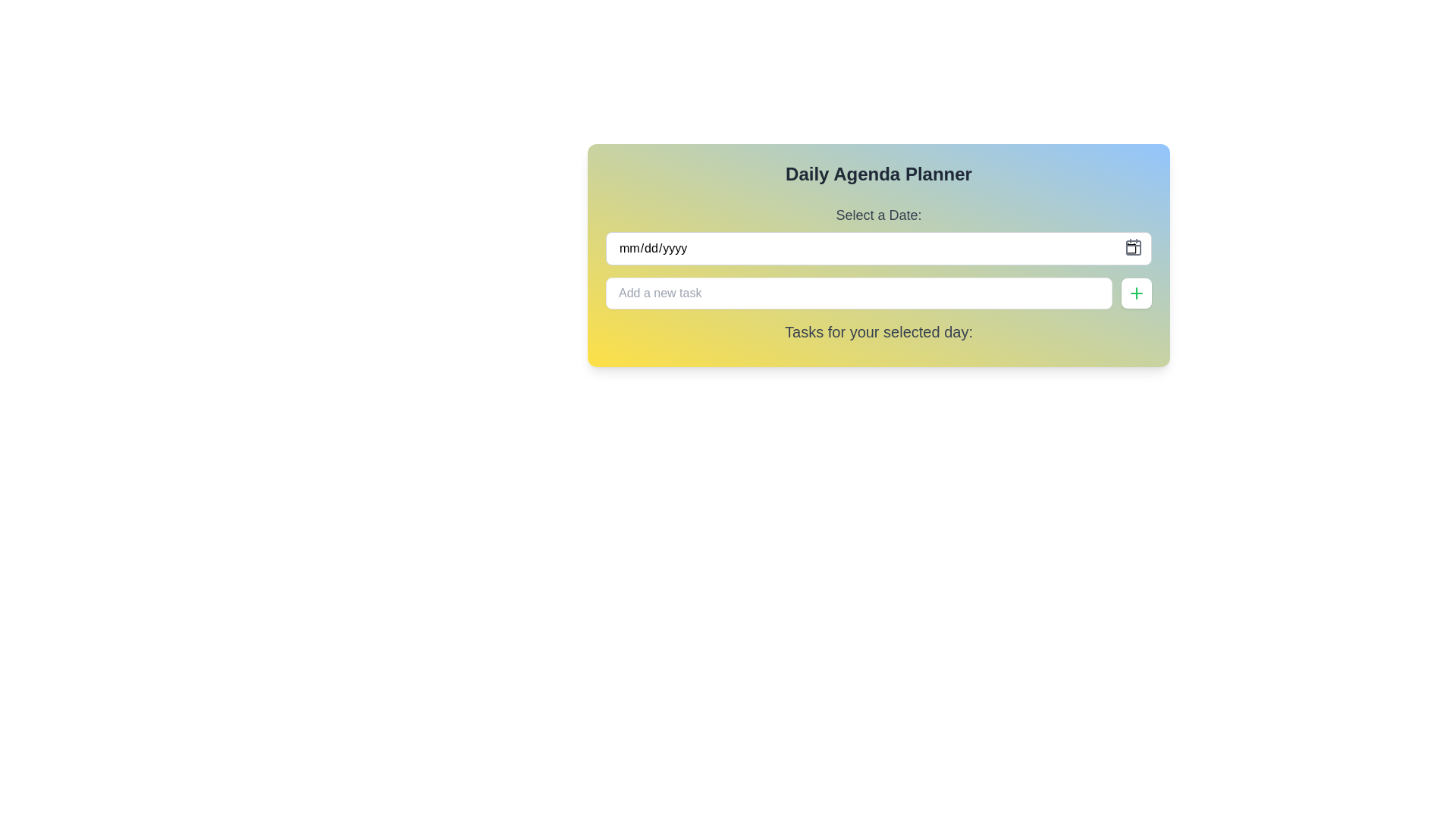 Image resolution: width=1456 pixels, height=819 pixels. What do you see at coordinates (1133, 246) in the screenshot?
I see `the calendar icon located at the far right inside the date input field` at bounding box center [1133, 246].